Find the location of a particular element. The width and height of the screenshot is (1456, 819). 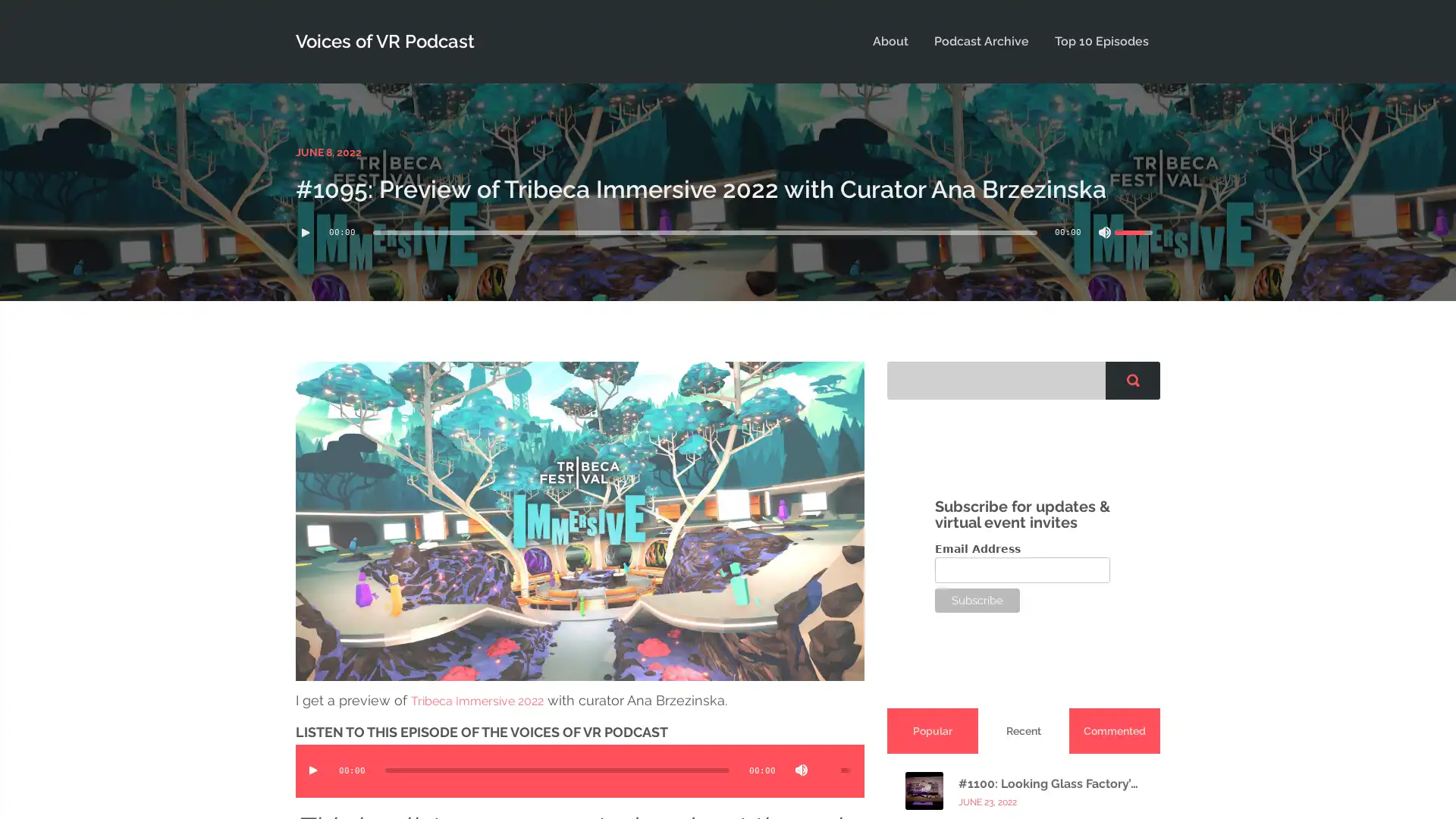

Mute Toggle is located at coordinates (800, 769).